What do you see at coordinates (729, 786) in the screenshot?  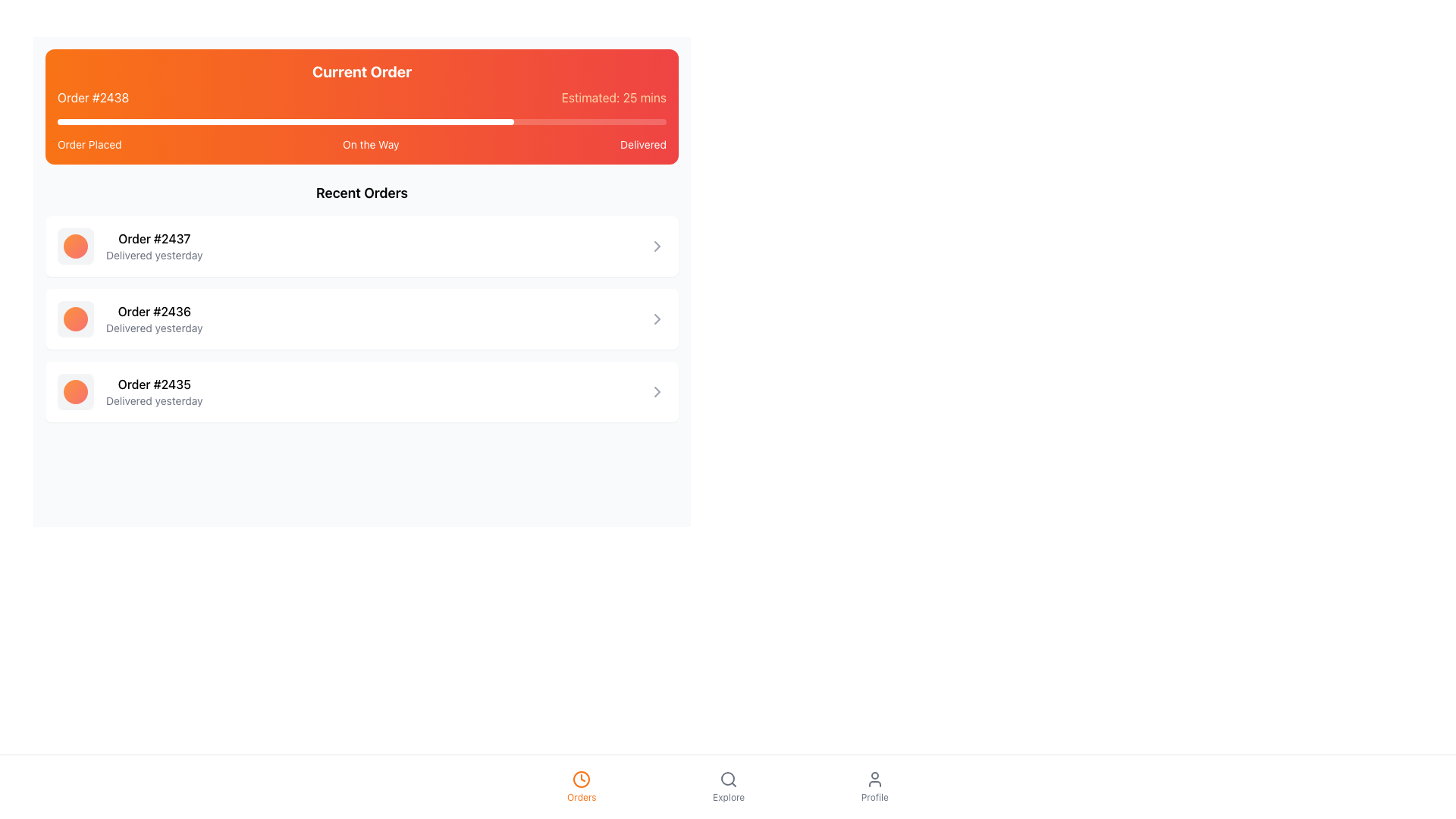 I see `the interactive 'Explore' button located in the middle section of the footer navigation bar, situated between the 'Orders' and 'Profile' options` at bounding box center [729, 786].